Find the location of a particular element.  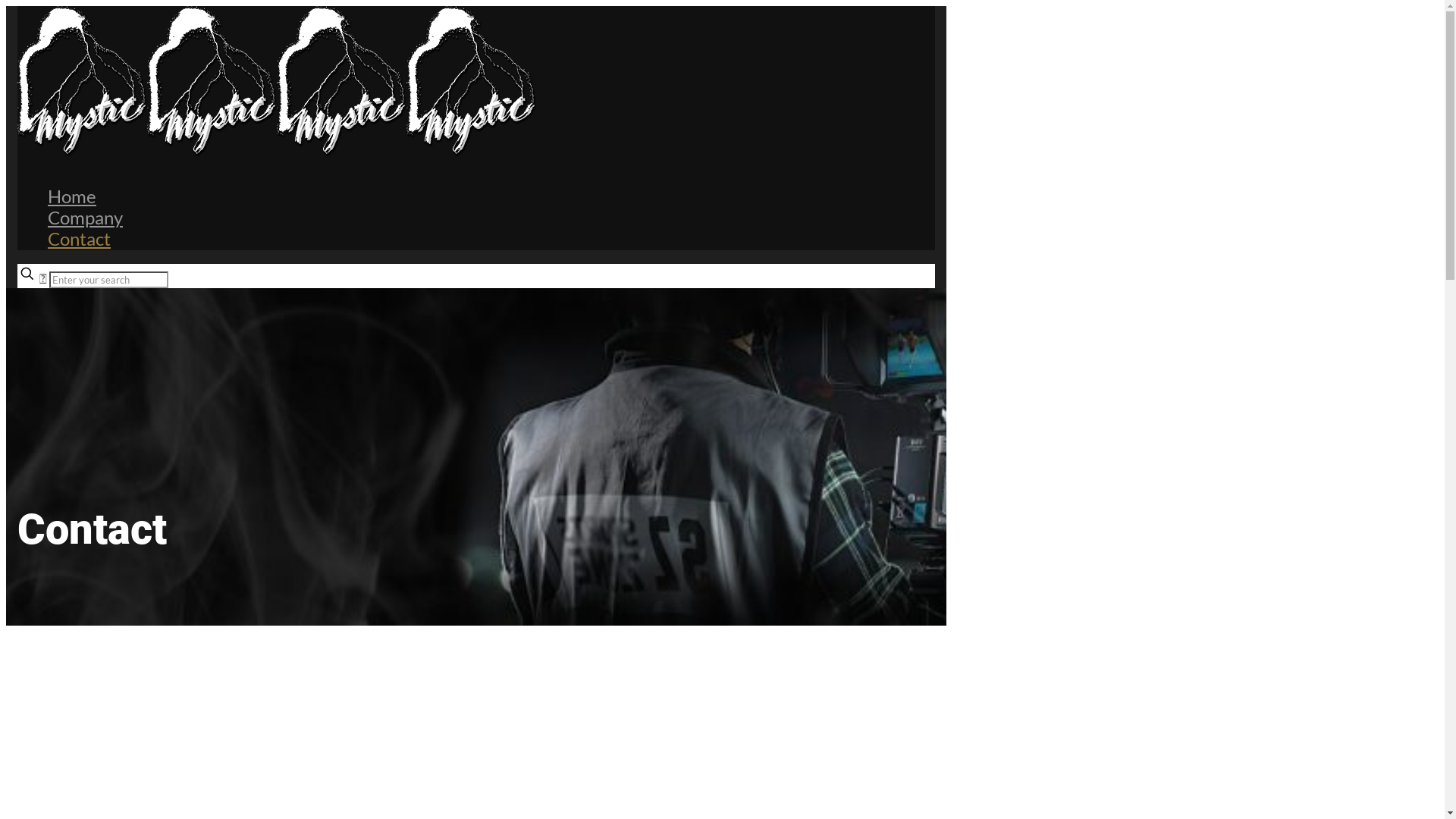

'Mystic Entertainmentz' is located at coordinates (276, 152).